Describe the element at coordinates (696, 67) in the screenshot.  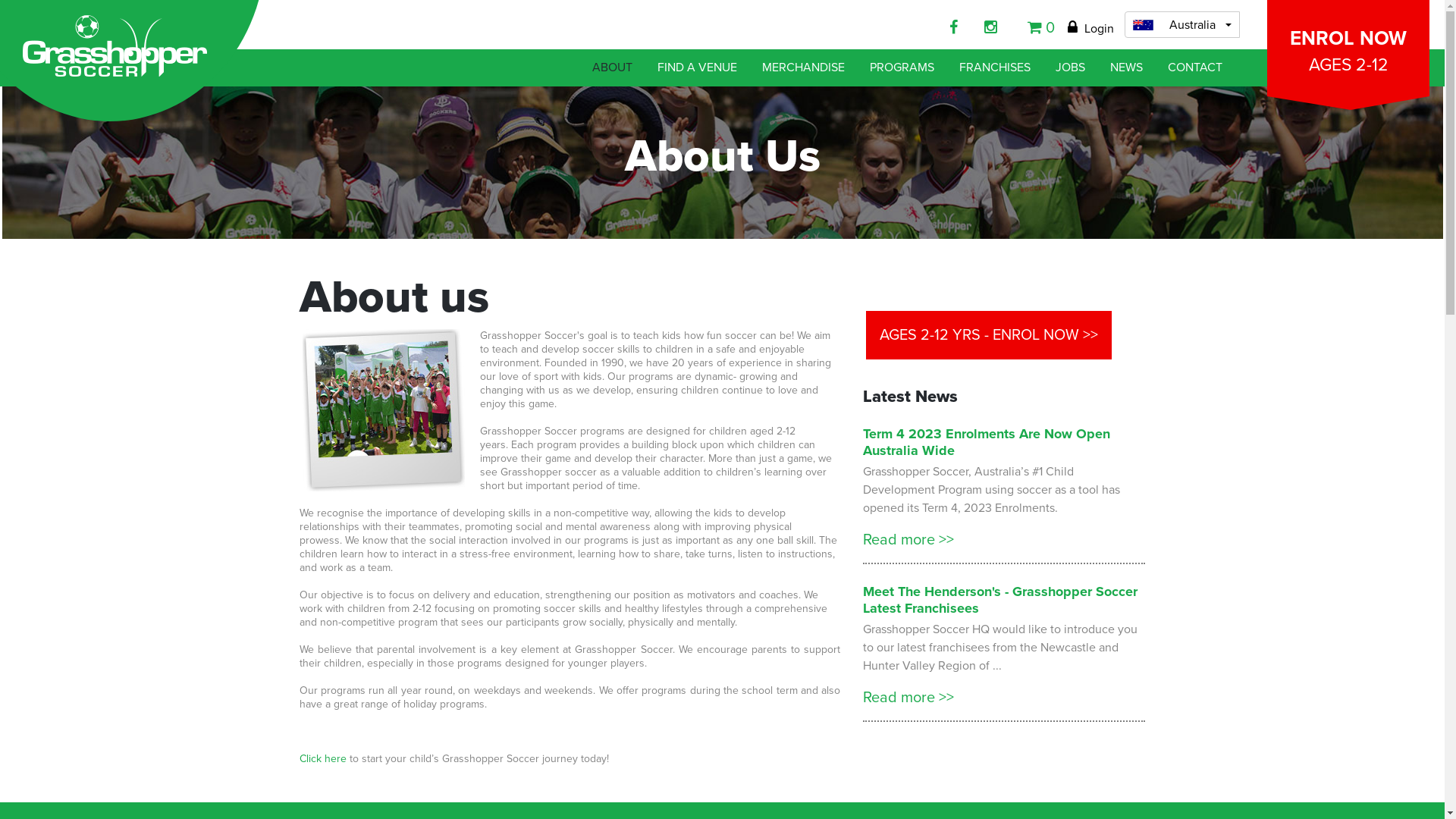
I see `'FIND A VENUE'` at that location.